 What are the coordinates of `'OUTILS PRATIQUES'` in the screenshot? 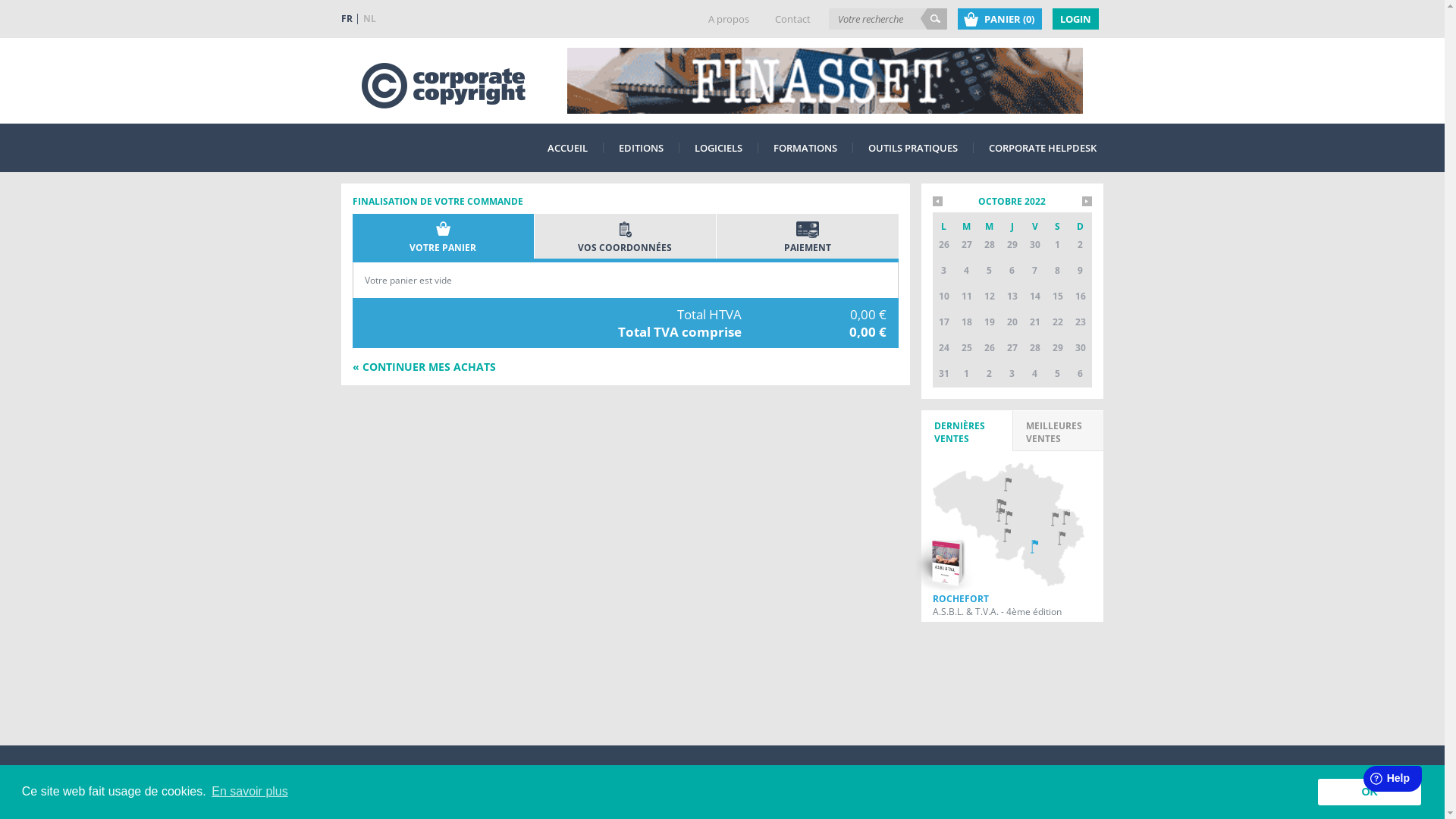 It's located at (859, 148).